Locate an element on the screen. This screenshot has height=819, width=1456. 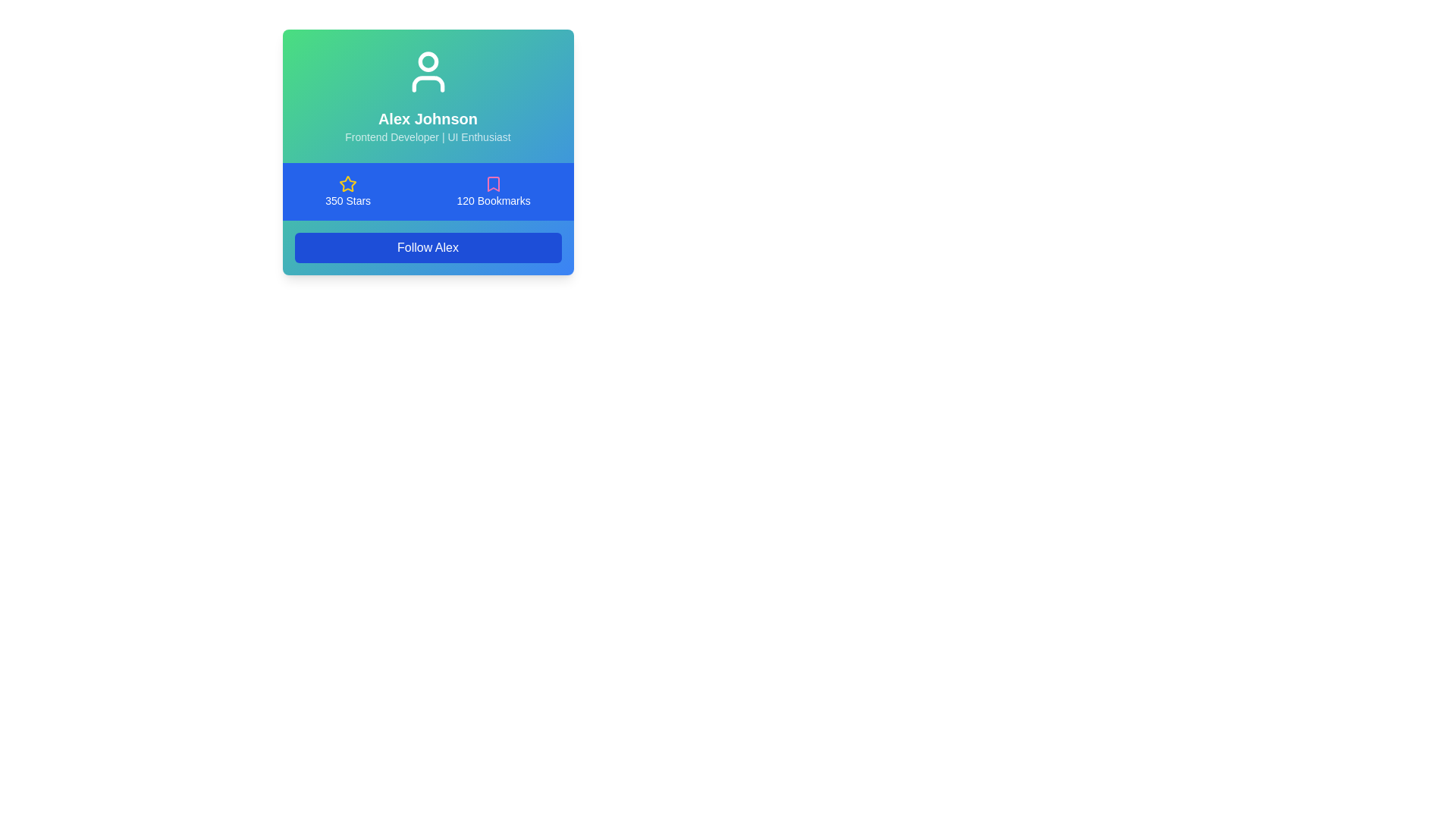
the text label displaying the number of bookmarks associated with the profile, located at the rightmost position below the bookmark icon is located at coordinates (494, 200).